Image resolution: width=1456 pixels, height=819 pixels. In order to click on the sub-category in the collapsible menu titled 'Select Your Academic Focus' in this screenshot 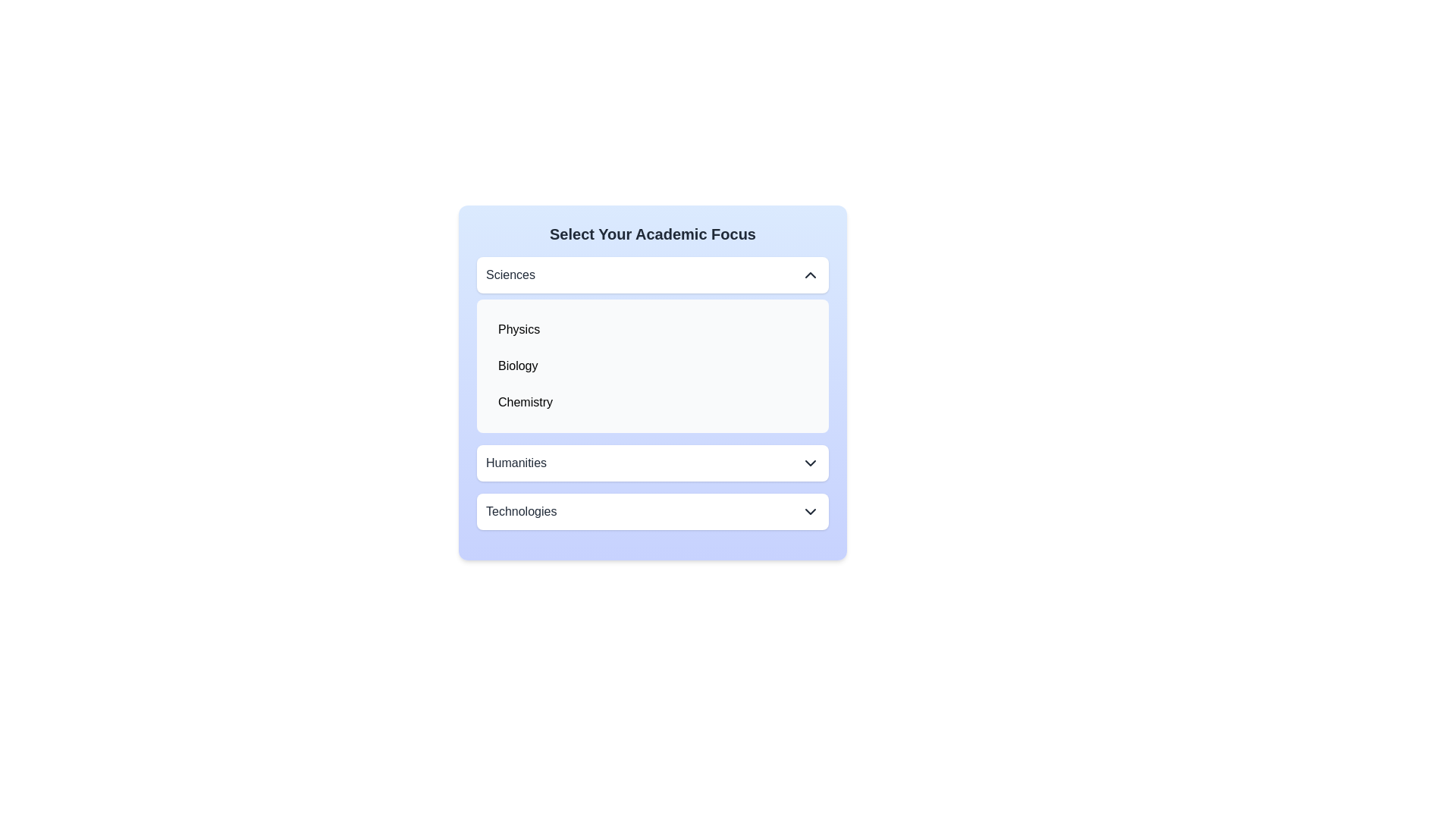, I will do `click(652, 382)`.